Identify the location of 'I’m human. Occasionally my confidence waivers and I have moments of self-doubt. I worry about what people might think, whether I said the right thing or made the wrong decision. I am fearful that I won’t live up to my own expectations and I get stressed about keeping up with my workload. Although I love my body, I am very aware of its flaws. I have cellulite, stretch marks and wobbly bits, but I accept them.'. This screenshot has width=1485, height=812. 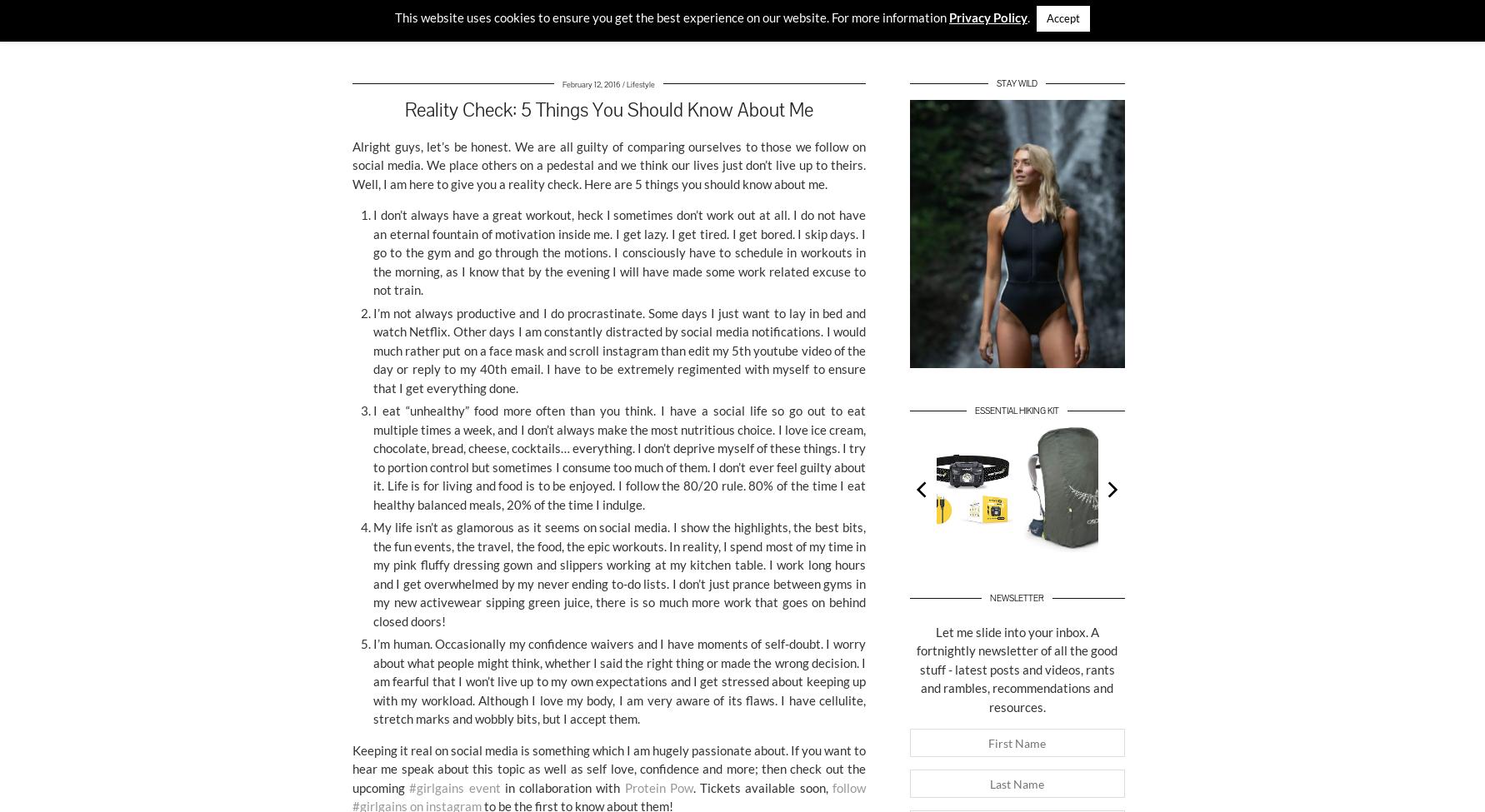
(618, 681).